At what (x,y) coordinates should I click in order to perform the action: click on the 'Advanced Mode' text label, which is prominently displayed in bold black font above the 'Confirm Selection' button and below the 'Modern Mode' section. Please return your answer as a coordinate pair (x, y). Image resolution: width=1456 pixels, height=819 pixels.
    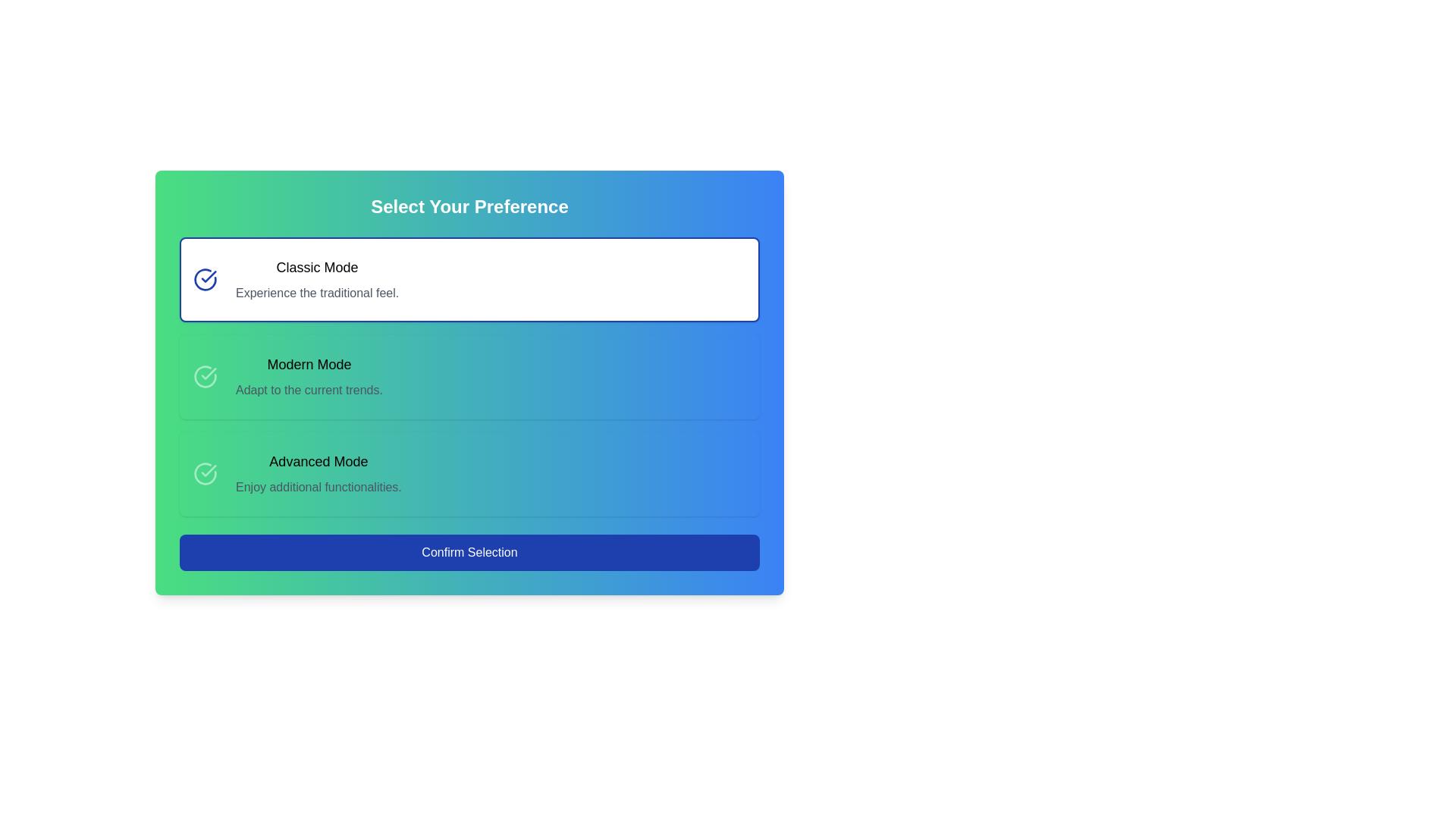
    Looking at the image, I should click on (318, 461).